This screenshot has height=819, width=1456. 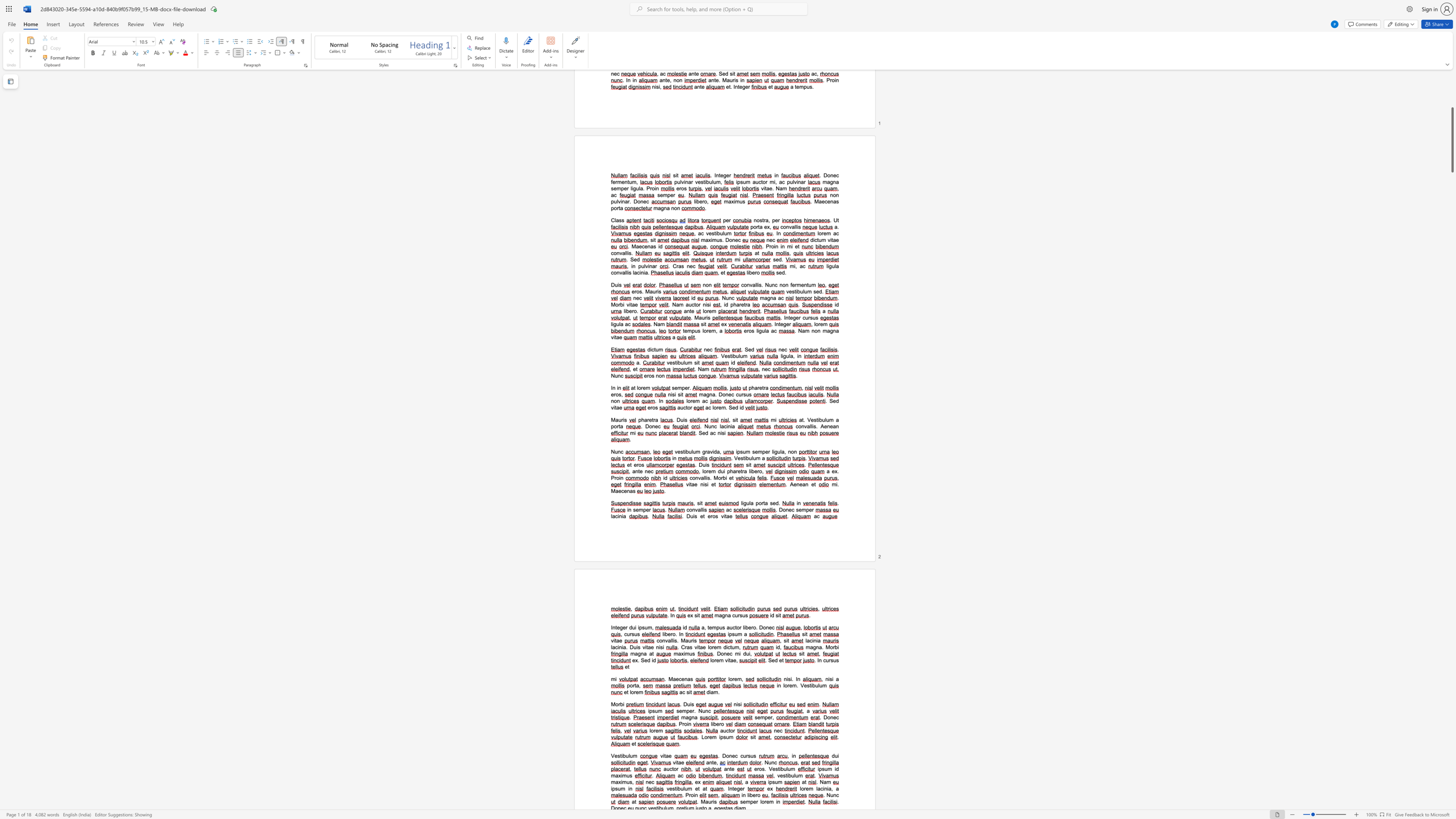 I want to click on the space between the continuous character "p" and "e" in the text, so click(x=765, y=451).